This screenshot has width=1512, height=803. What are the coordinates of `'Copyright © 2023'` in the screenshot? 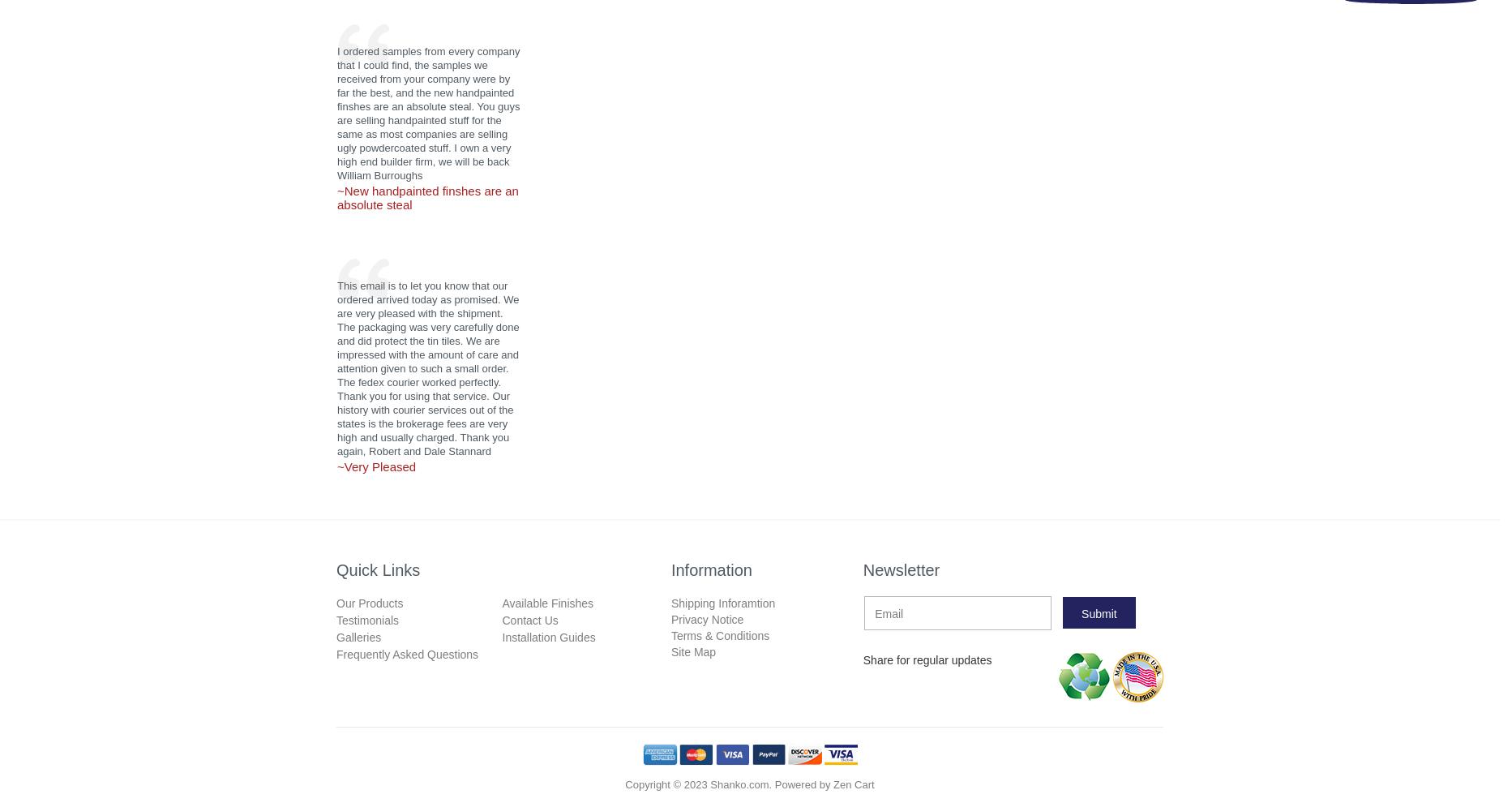 It's located at (666, 784).